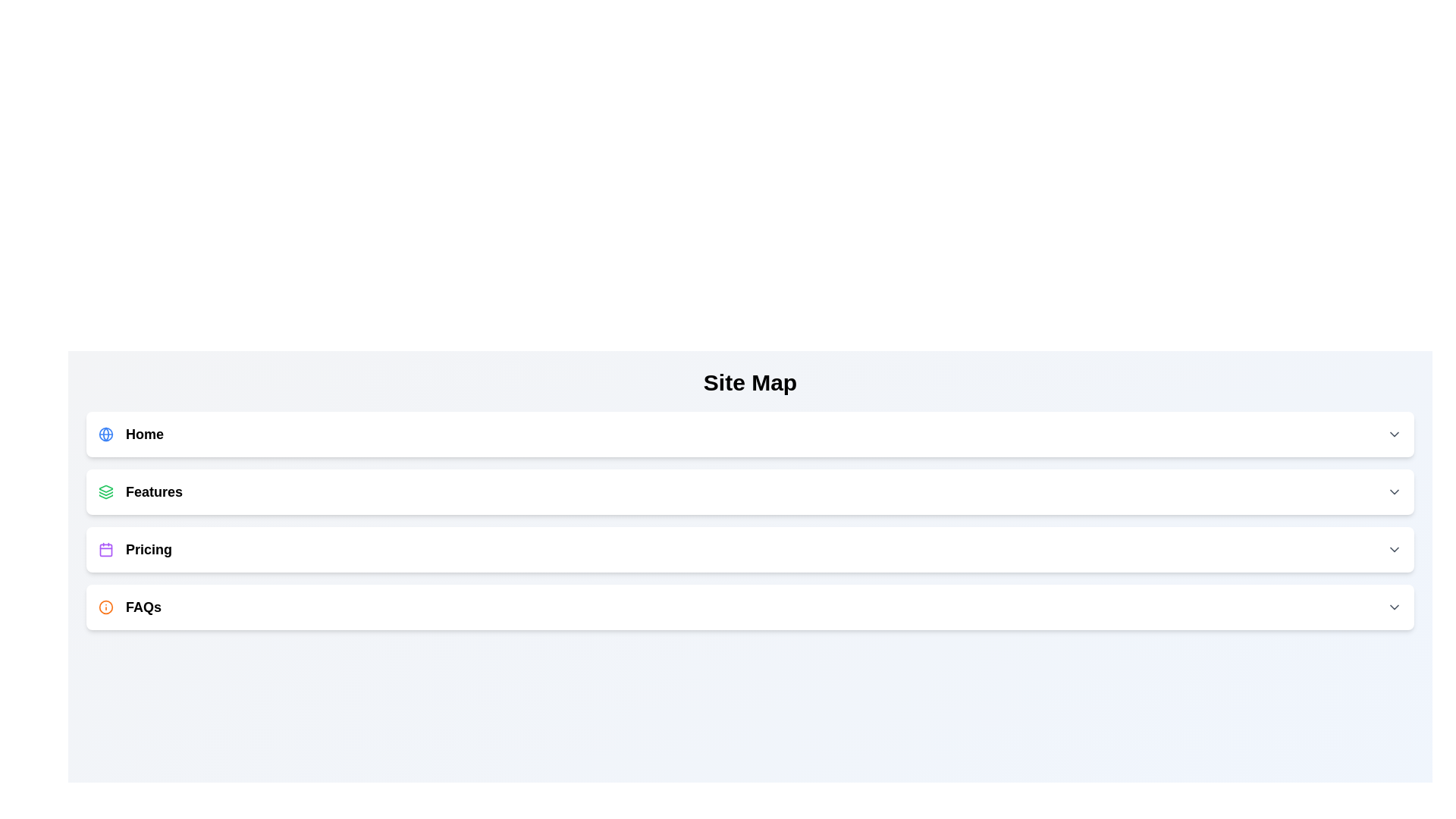 The width and height of the screenshot is (1456, 819). What do you see at coordinates (149, 550) in the screenshot?
I see `text label that displays 'Pricing', which is a bold and prominent label in the navigation menu, positioned below 'Features' and above 'FAQs'` at bounding box center [149, 550].